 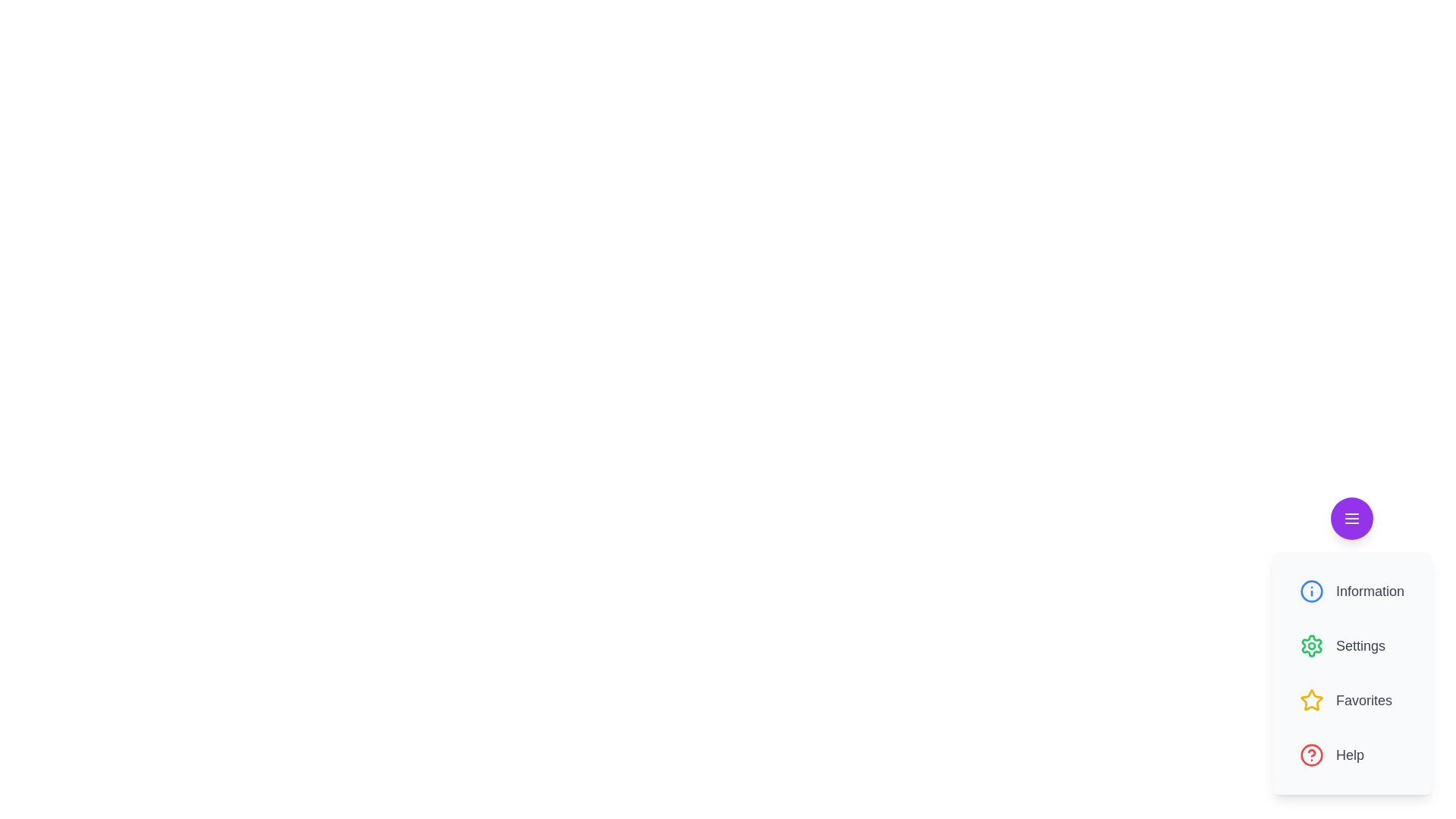 I want to click on the Help button in the menu, so click(x=1351, y=755).